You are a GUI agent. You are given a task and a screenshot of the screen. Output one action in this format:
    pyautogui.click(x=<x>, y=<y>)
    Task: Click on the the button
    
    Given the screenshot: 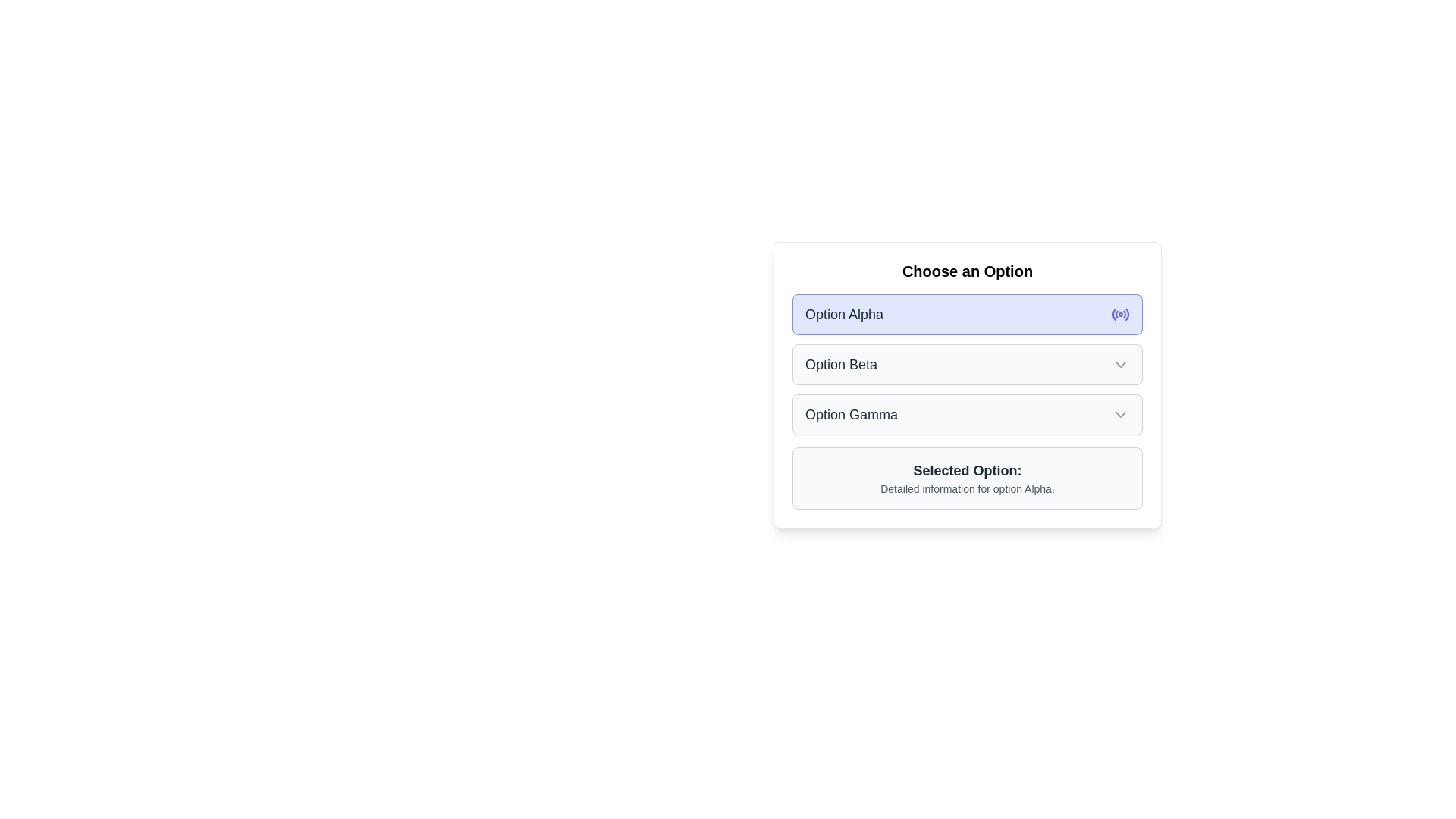 What is the action you would take?
    pyautogui.click(x=967, y=365)
    